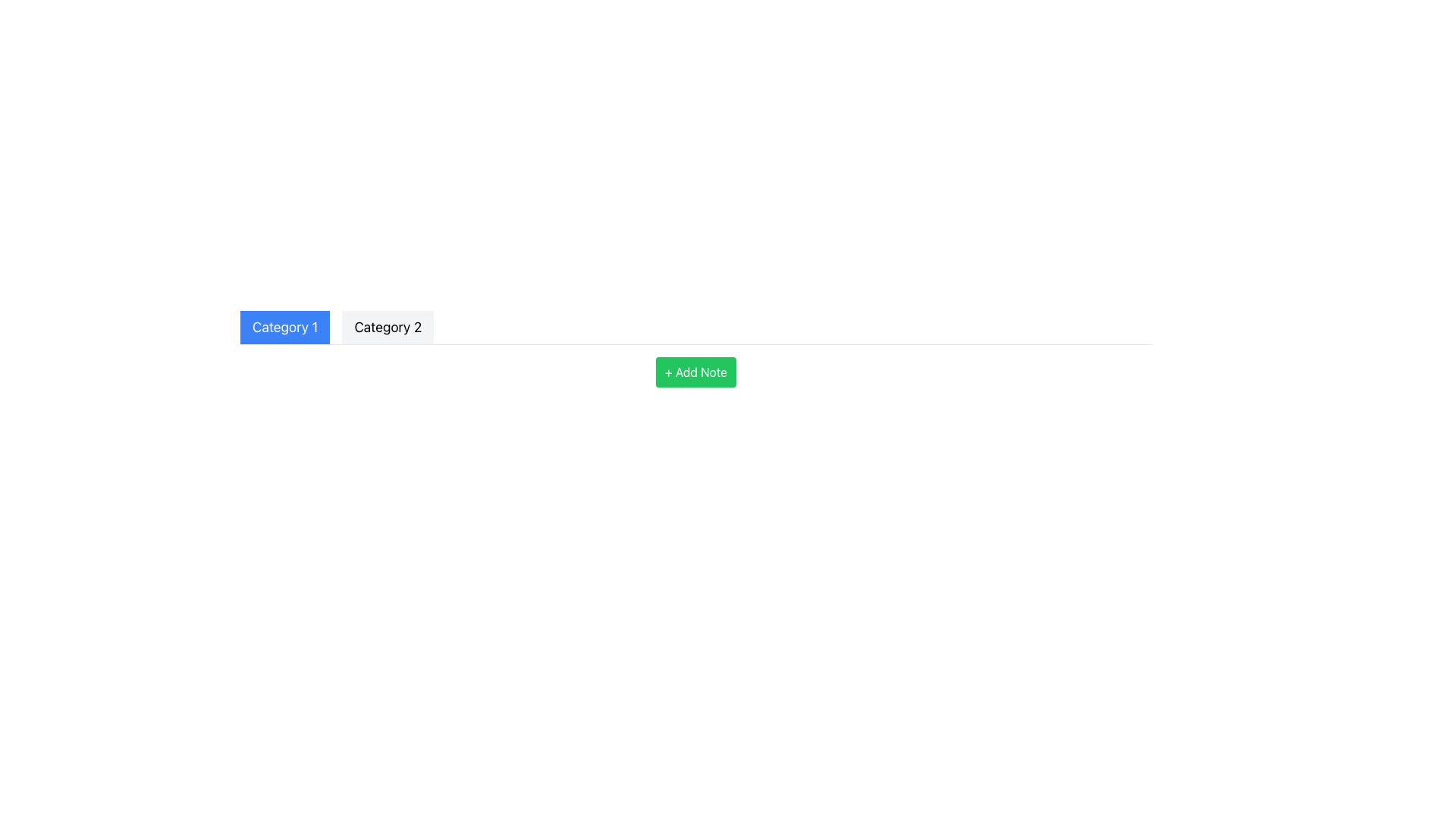 The image size is (1456, 819). What do you see at coordinates (695, 372) in the screenshot?
I see `the button located beneath 'Category 1' and 'Category 2'` at bounding box center [695, 372].